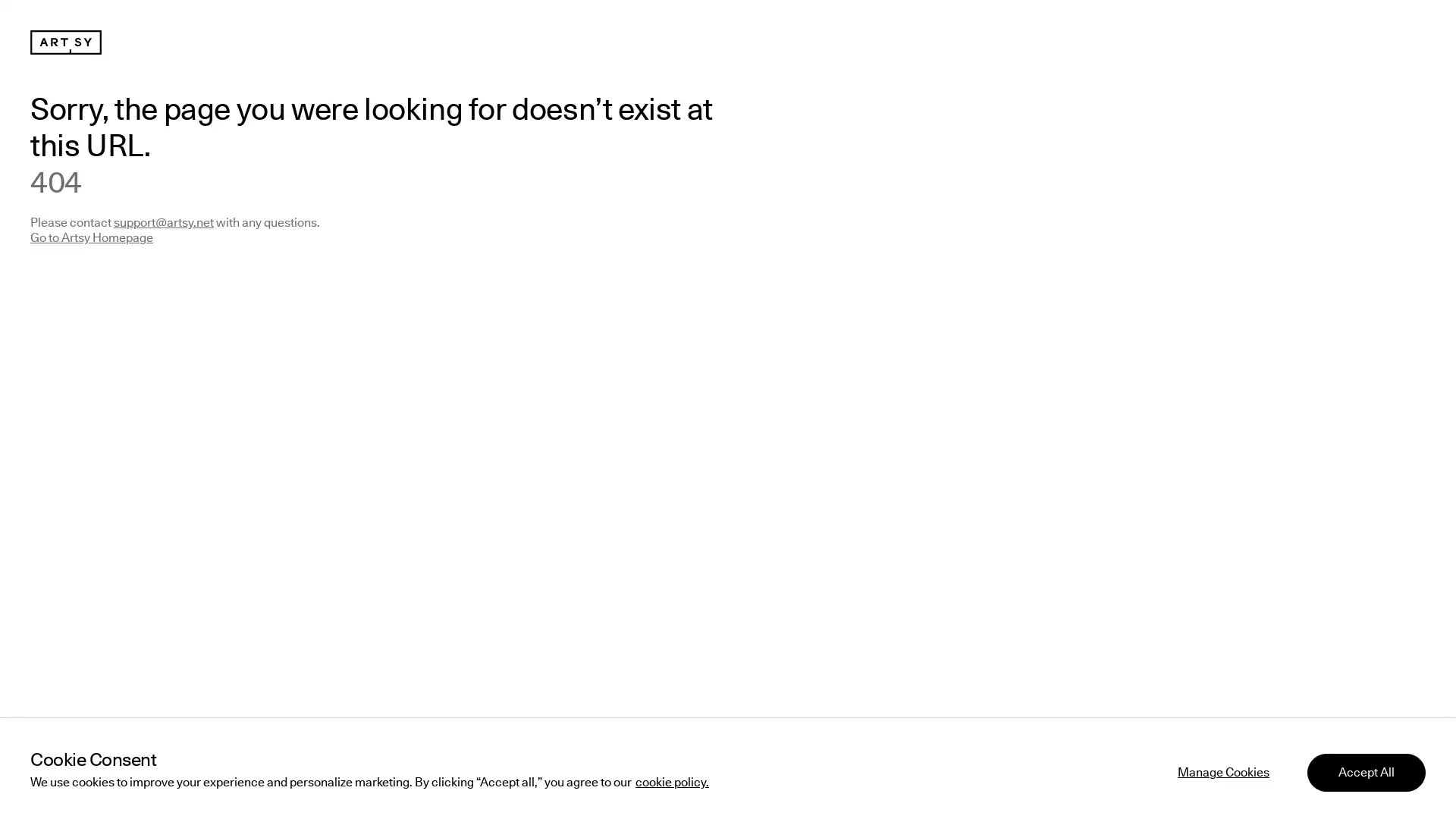 This screenshot has width=1456, height=819. What do you see at coordinates (1223, 769) in the screenshot?
I see `Manage Cookies` at bounding box center [1223, 769].